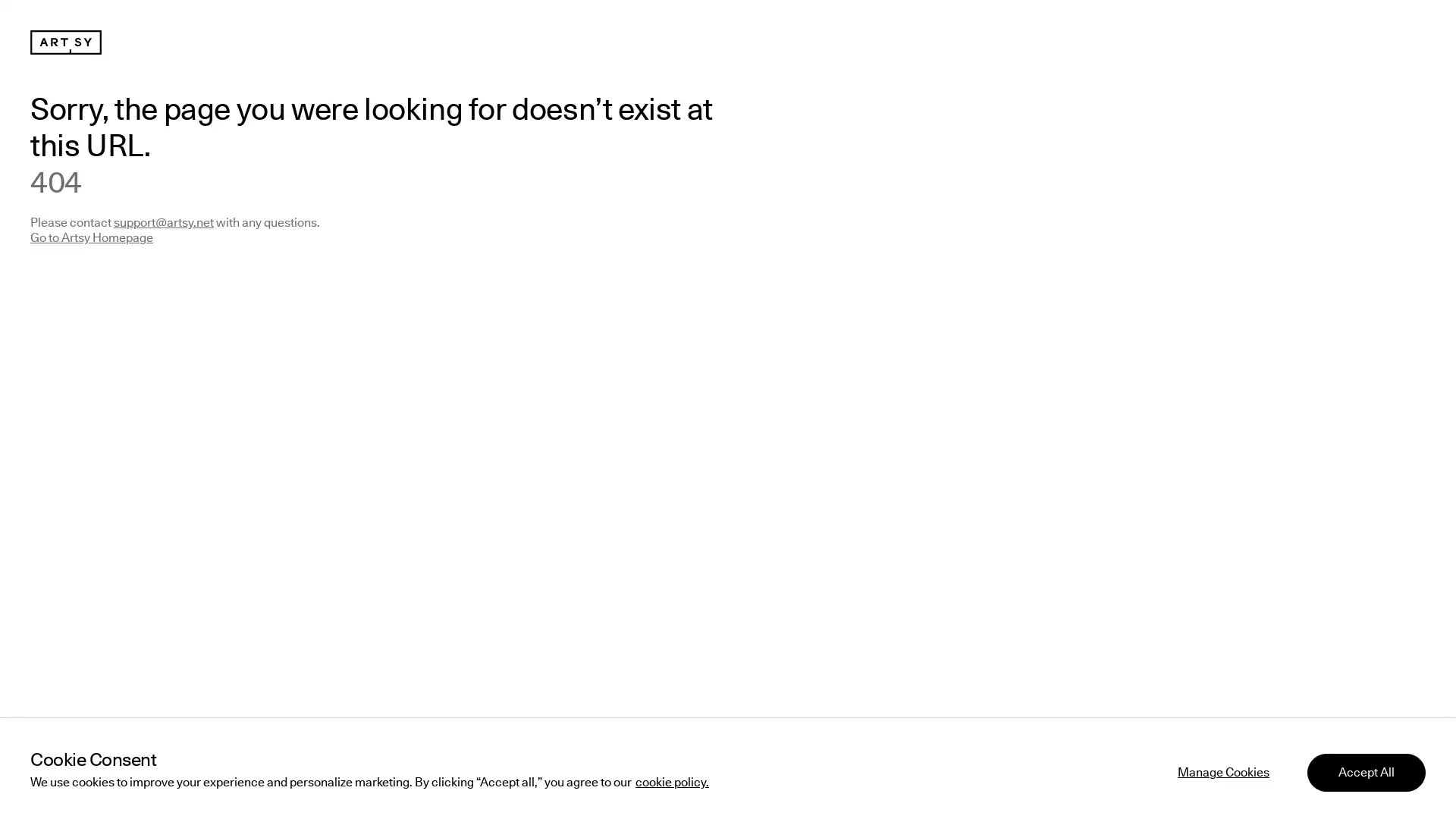 This screenshot has width=1456, height=819. What do you see at coordinates (1223, 769) in the screenshot?
I see `Manage Cookies` at bounding box center [1223, 769].